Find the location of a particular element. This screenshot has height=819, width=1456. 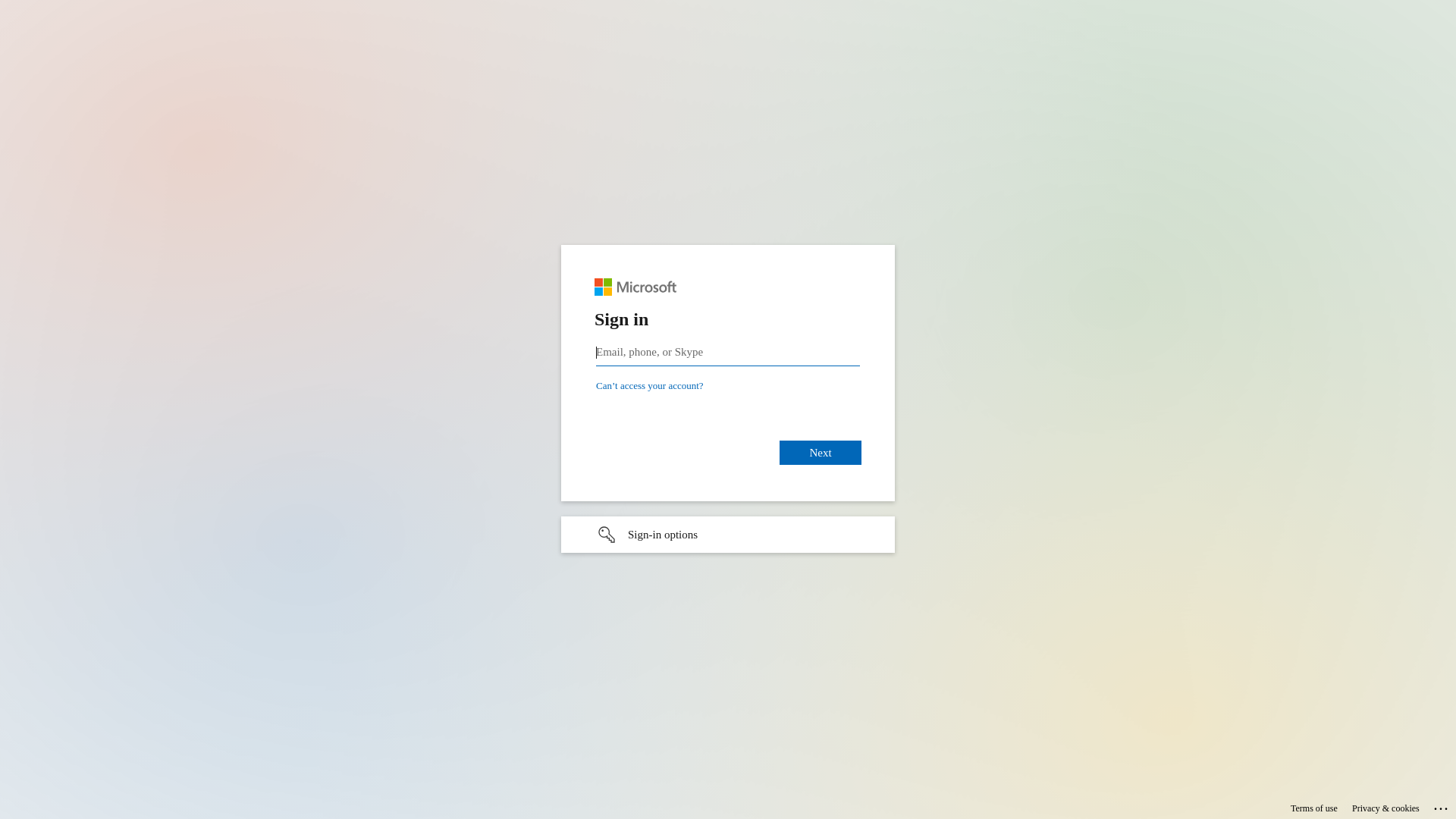

'Next' is located at coordinates (819, 452).